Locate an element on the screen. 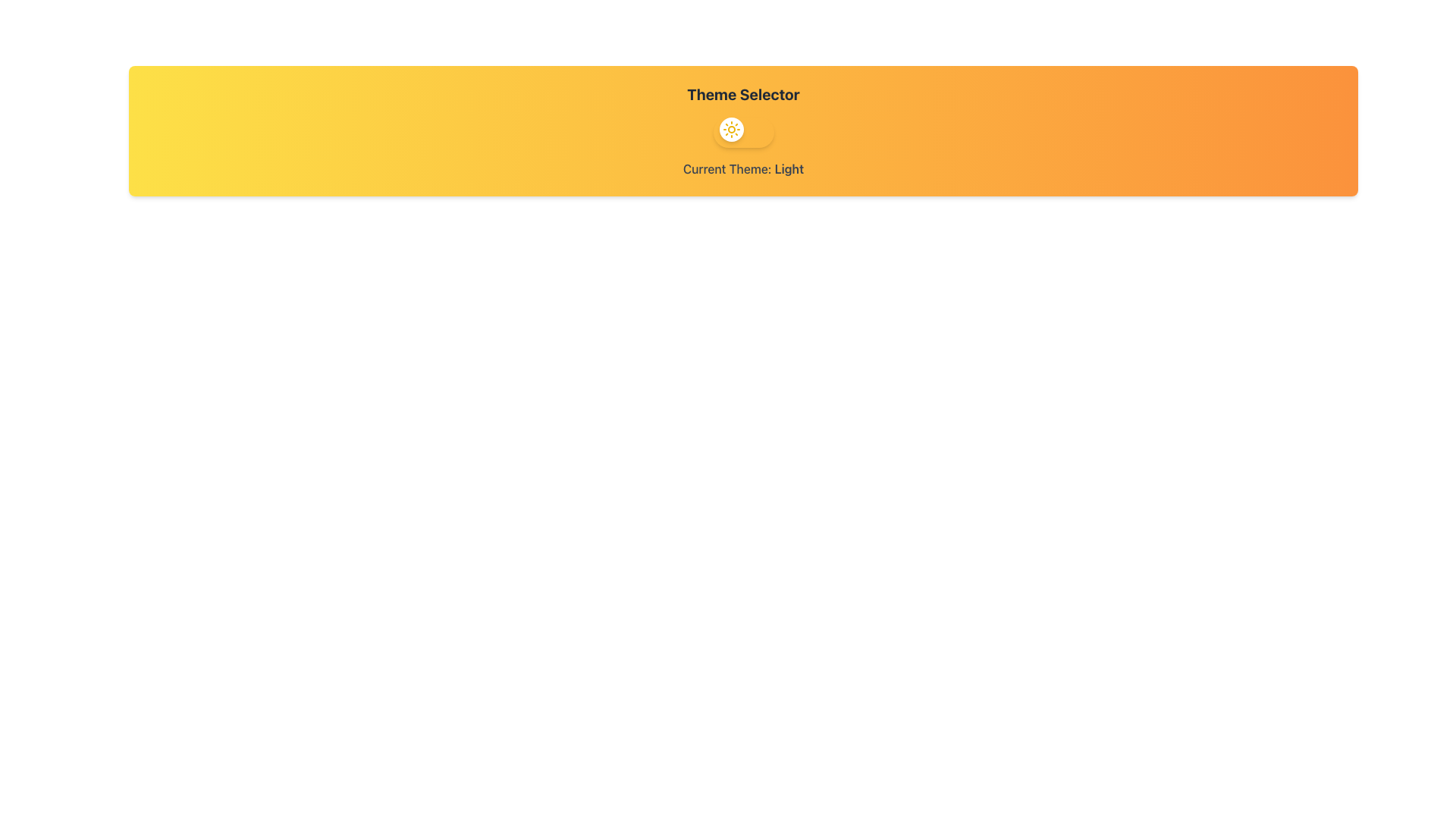  the sun icon located in the theme selector button, which is characterized by a central circular shape surrounded by rays and rendered in yellow, beneath the 'Theme Selector' heading is located at coordinates (731, 128).